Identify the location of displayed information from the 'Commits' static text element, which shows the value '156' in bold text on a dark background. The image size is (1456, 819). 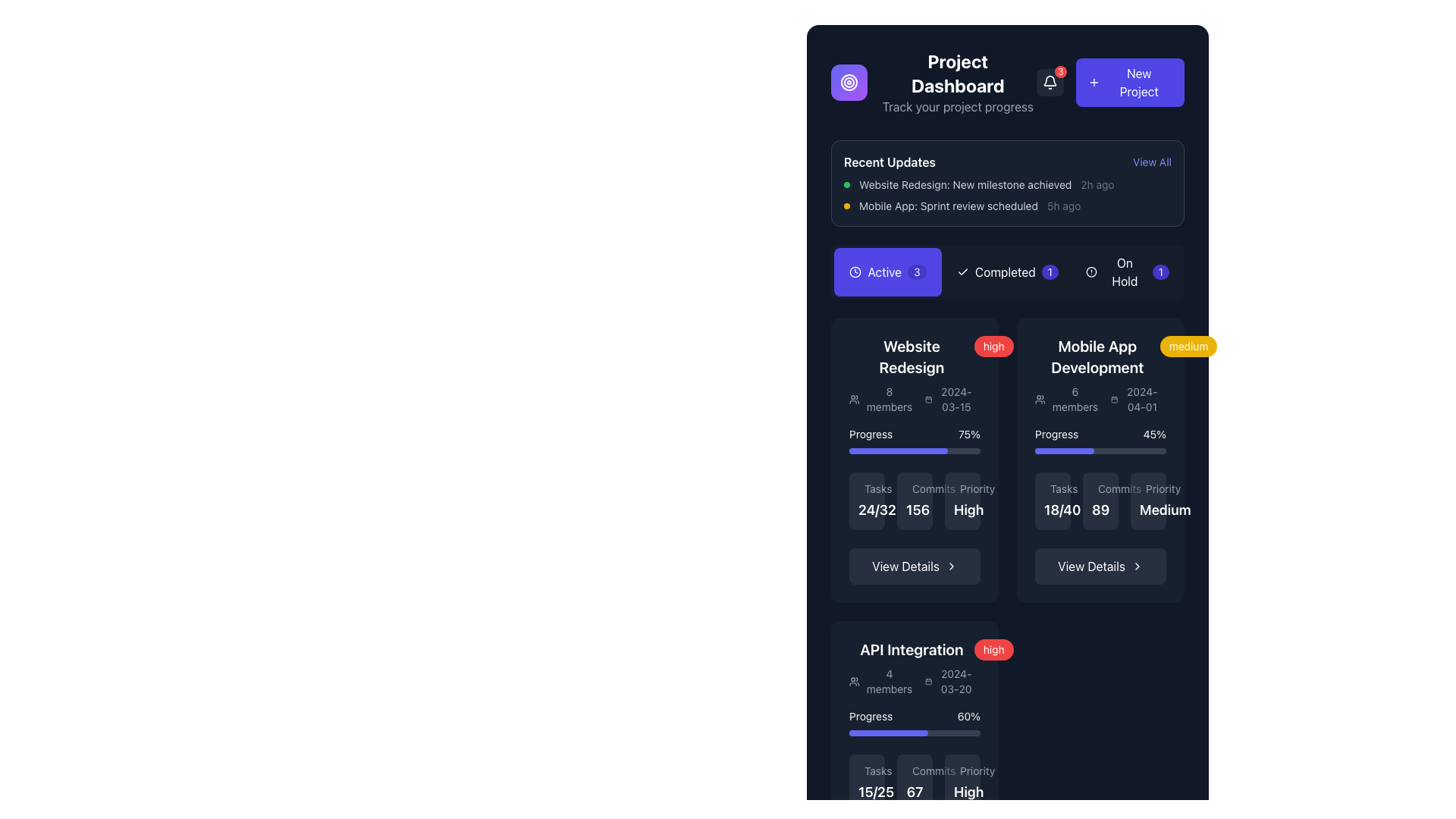
(914, 500).